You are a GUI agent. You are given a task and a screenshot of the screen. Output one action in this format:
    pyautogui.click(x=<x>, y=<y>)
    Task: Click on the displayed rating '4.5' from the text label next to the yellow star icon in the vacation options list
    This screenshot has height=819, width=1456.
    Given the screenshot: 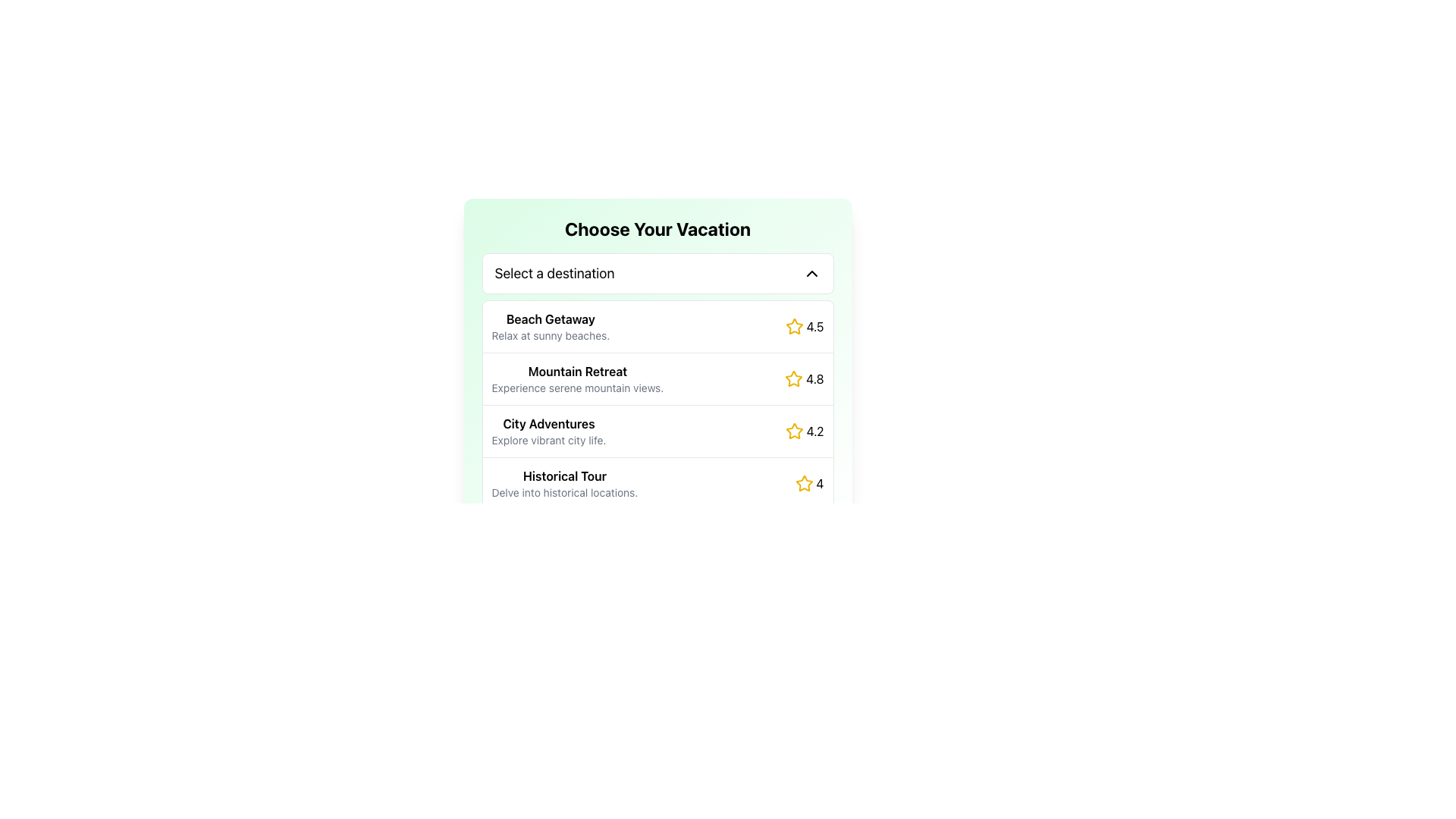 What is the action you would take?
    pyautogui.click(x=814, y=326)
    